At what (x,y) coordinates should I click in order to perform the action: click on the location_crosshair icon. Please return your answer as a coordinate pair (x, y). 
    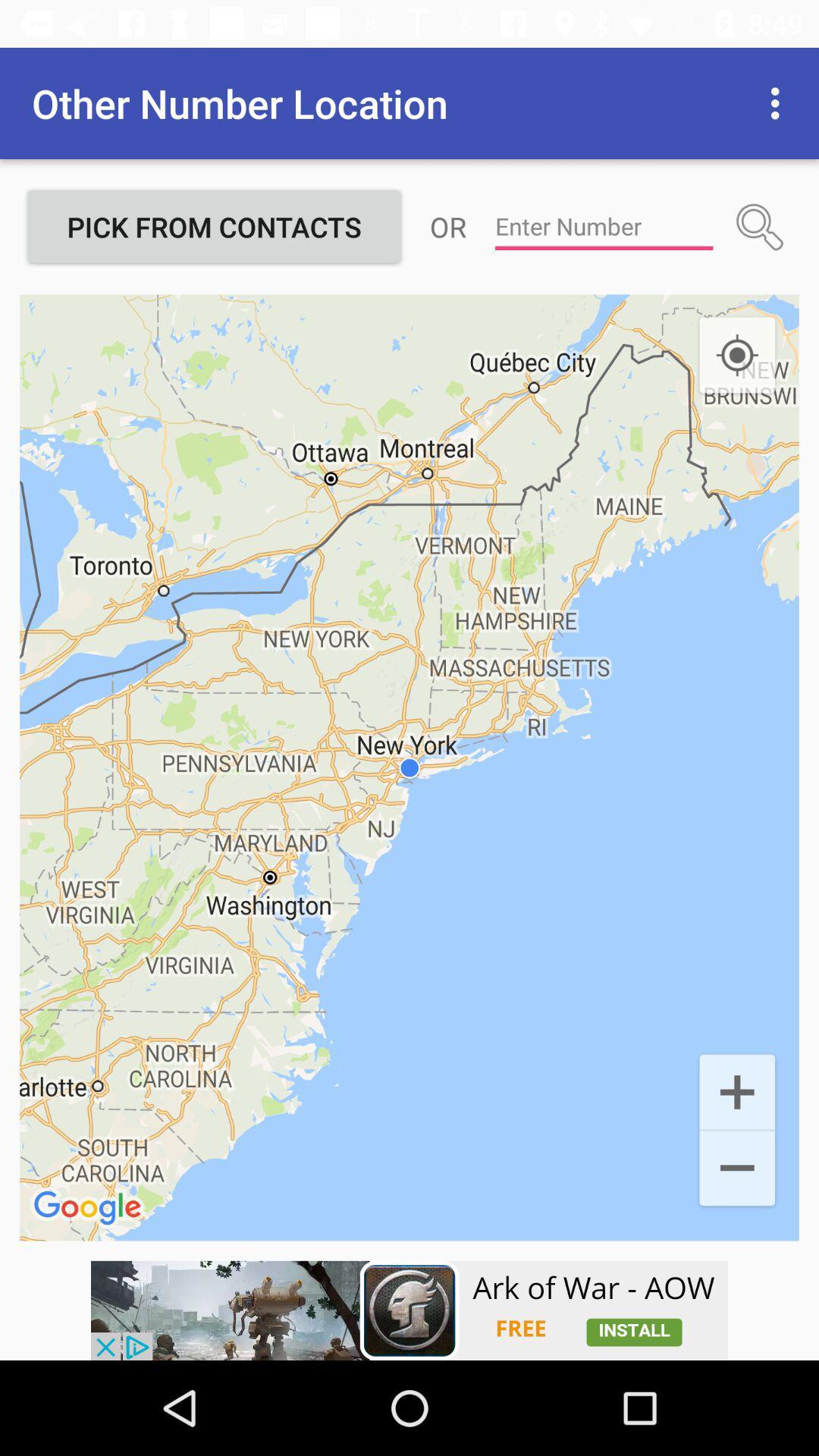
    Looking at the image, I should click on (736, 355).